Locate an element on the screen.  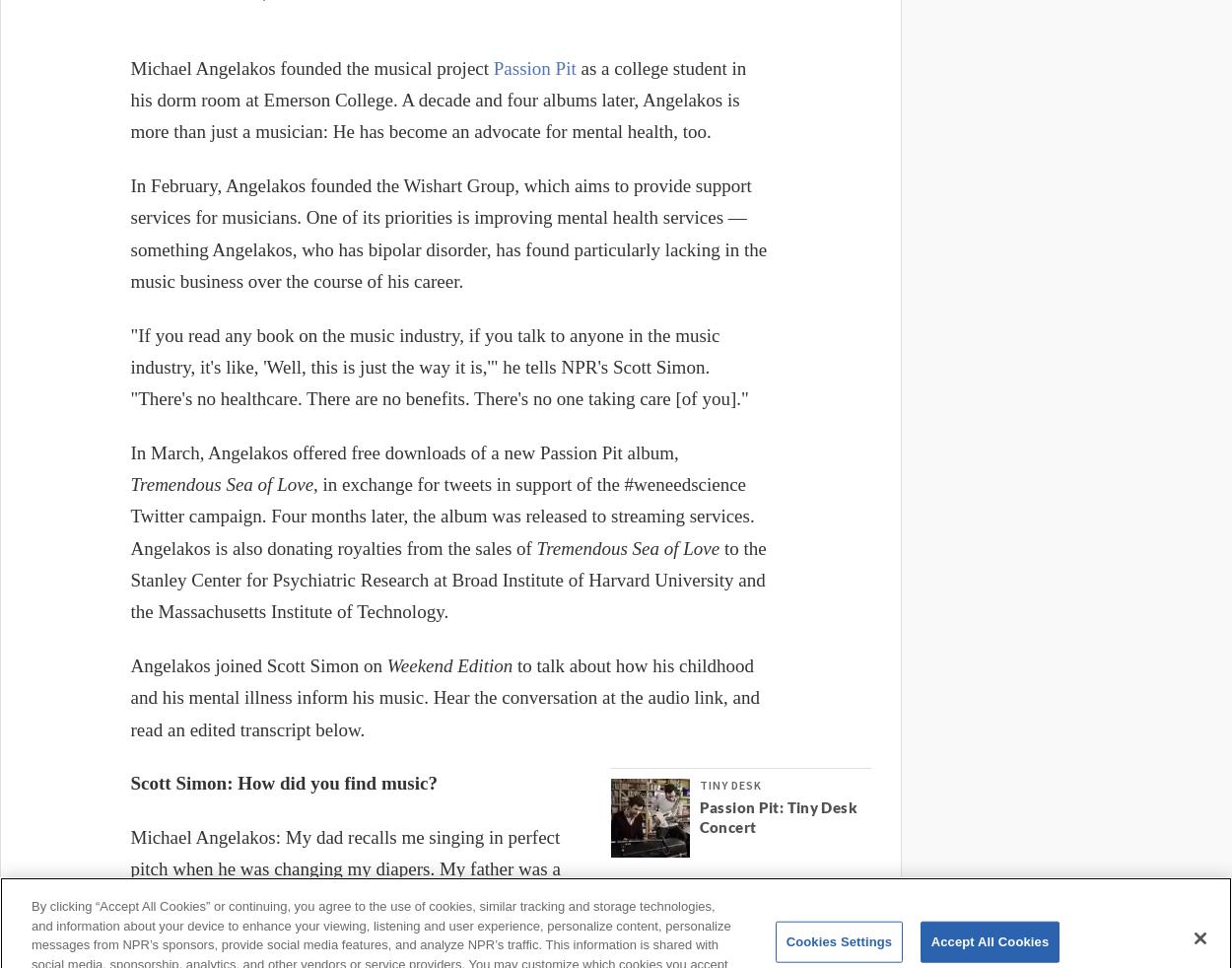
'as a college student in his dorm room at Emerson College. A decade and four albums later, Angelakos is more than just a musician: He has become an advocate for mental health, too.' is located at coordinates (437, 99).